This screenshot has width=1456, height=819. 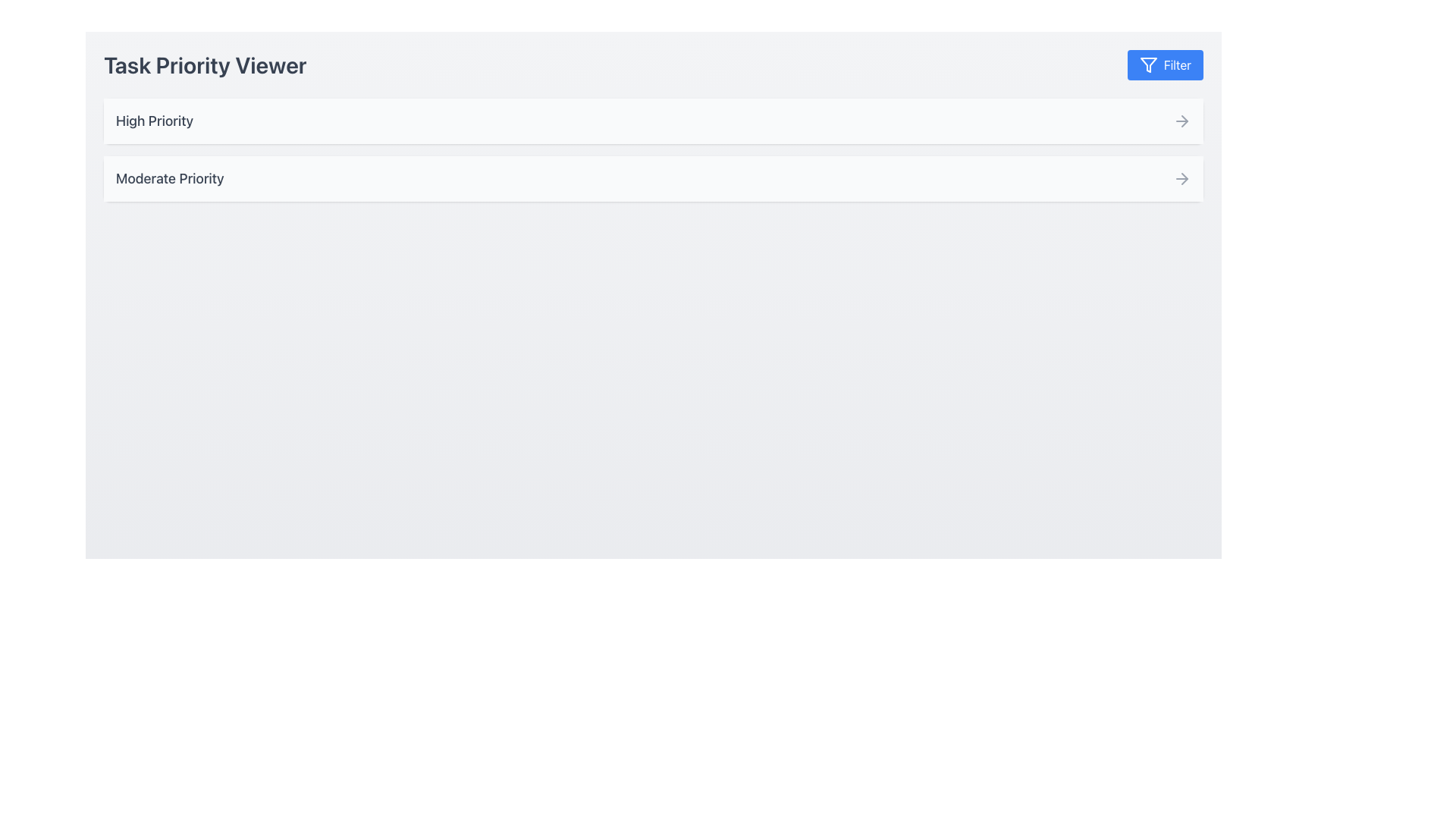 What do you see at coordinates (1148, 64) in the screenshot?
I see `the blue 'Filter' button featuring a funnel icon located at the upper-right corner of the 'Task Priority Viewer' header` at bounding box center [1148, 64].